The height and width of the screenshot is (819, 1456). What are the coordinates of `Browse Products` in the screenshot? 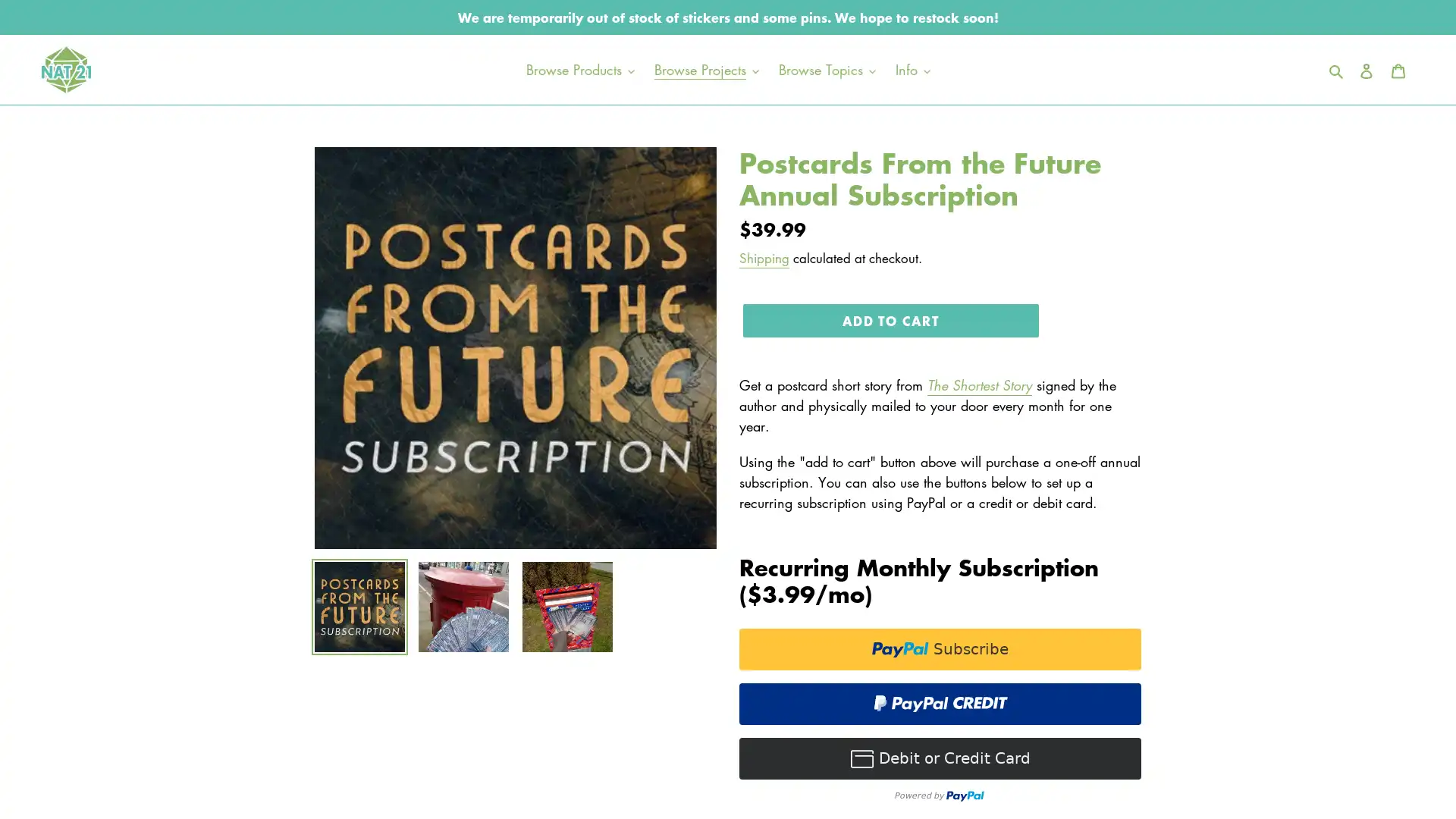 It's located at (579, 69).